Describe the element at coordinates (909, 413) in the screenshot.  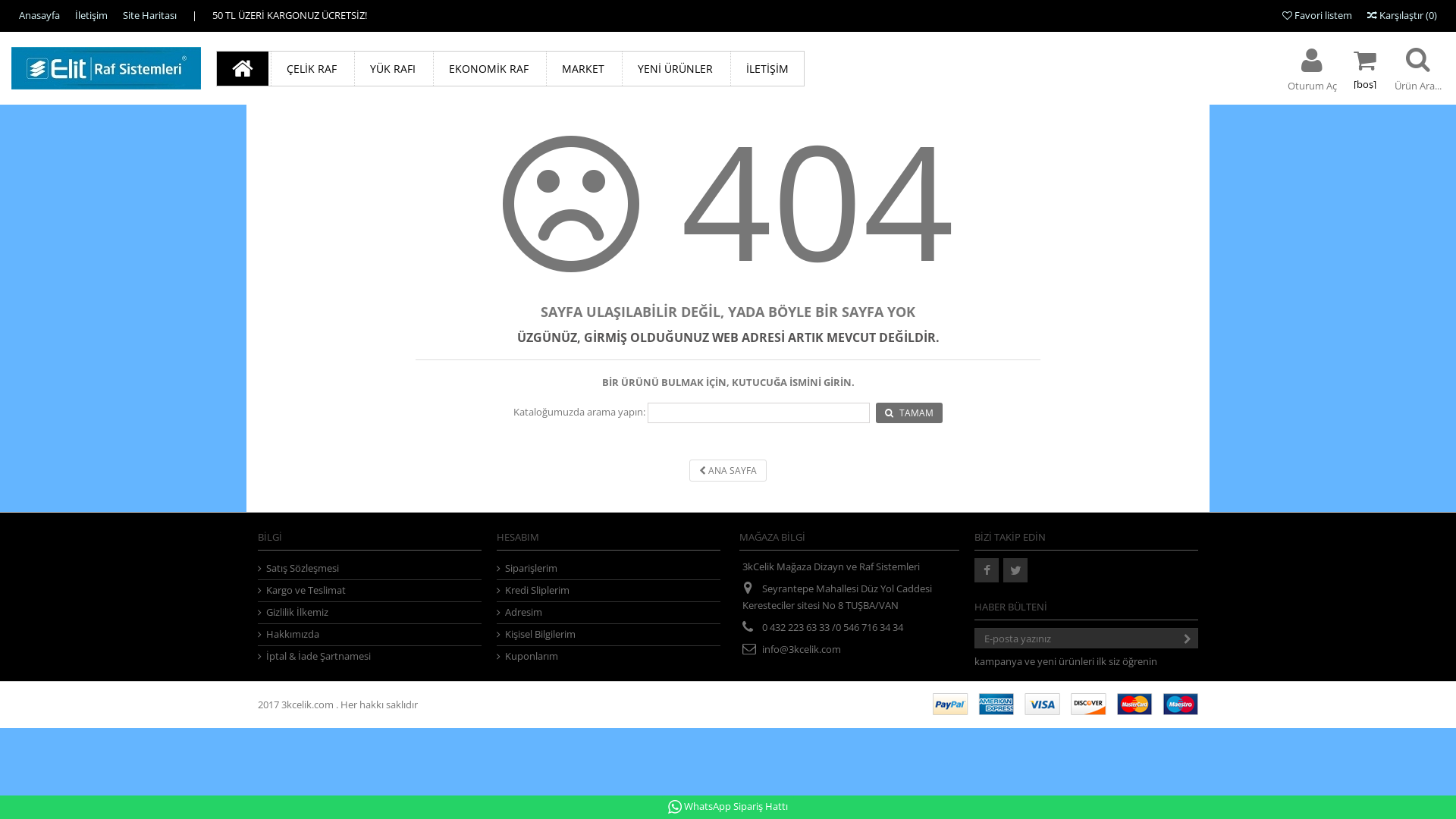
I see `'TAMAM'` at that location.